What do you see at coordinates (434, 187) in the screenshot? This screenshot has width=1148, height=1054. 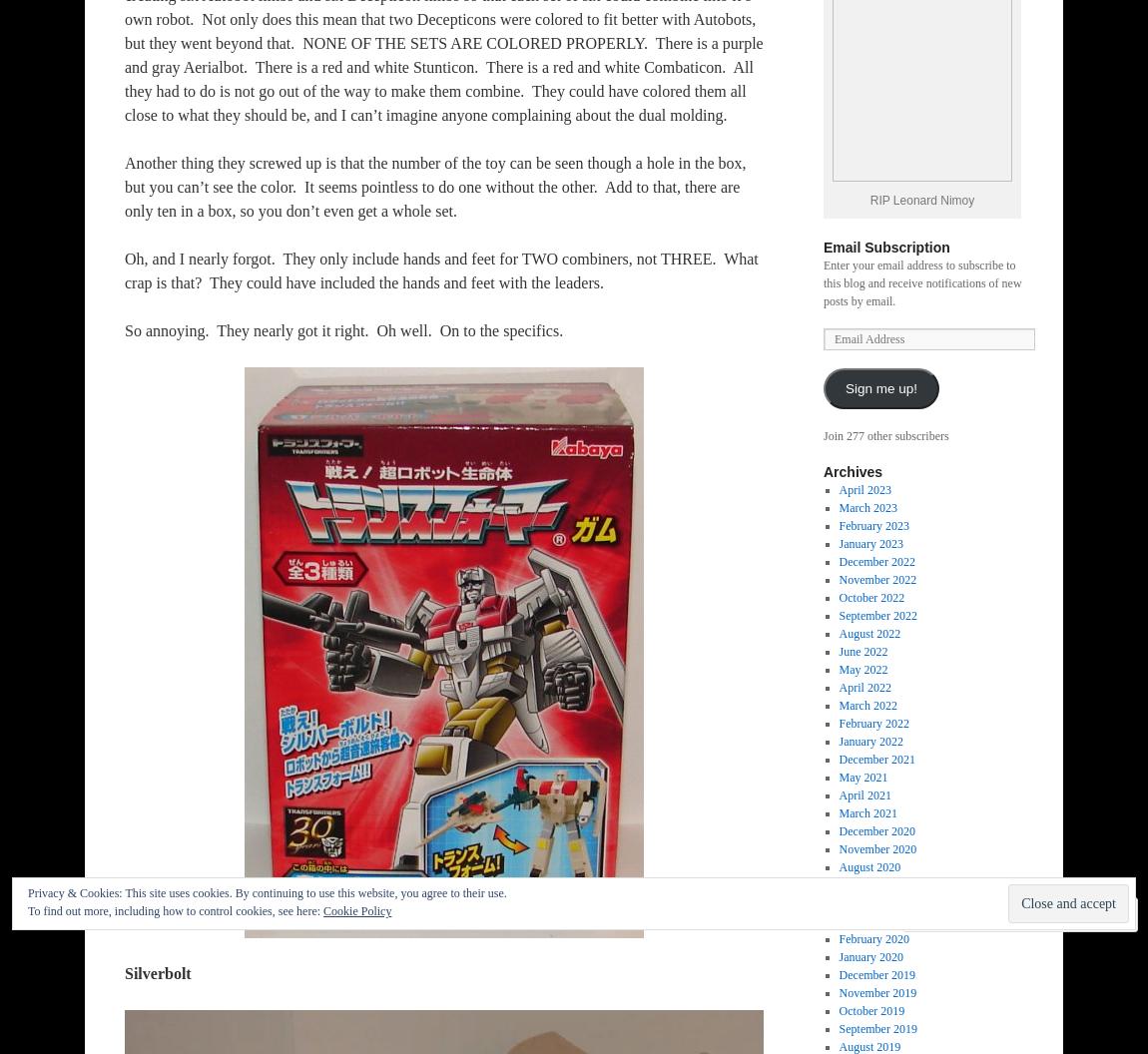 I see `'Another thing they screwed up is that the number of the toy can be seen though a hole in the box, but you can’t see the color.  It seems pointless to do one without the other.  Add to that, there are only ten in a box, so you don’t even get a whole set.'` at bounding box center [434, 187].